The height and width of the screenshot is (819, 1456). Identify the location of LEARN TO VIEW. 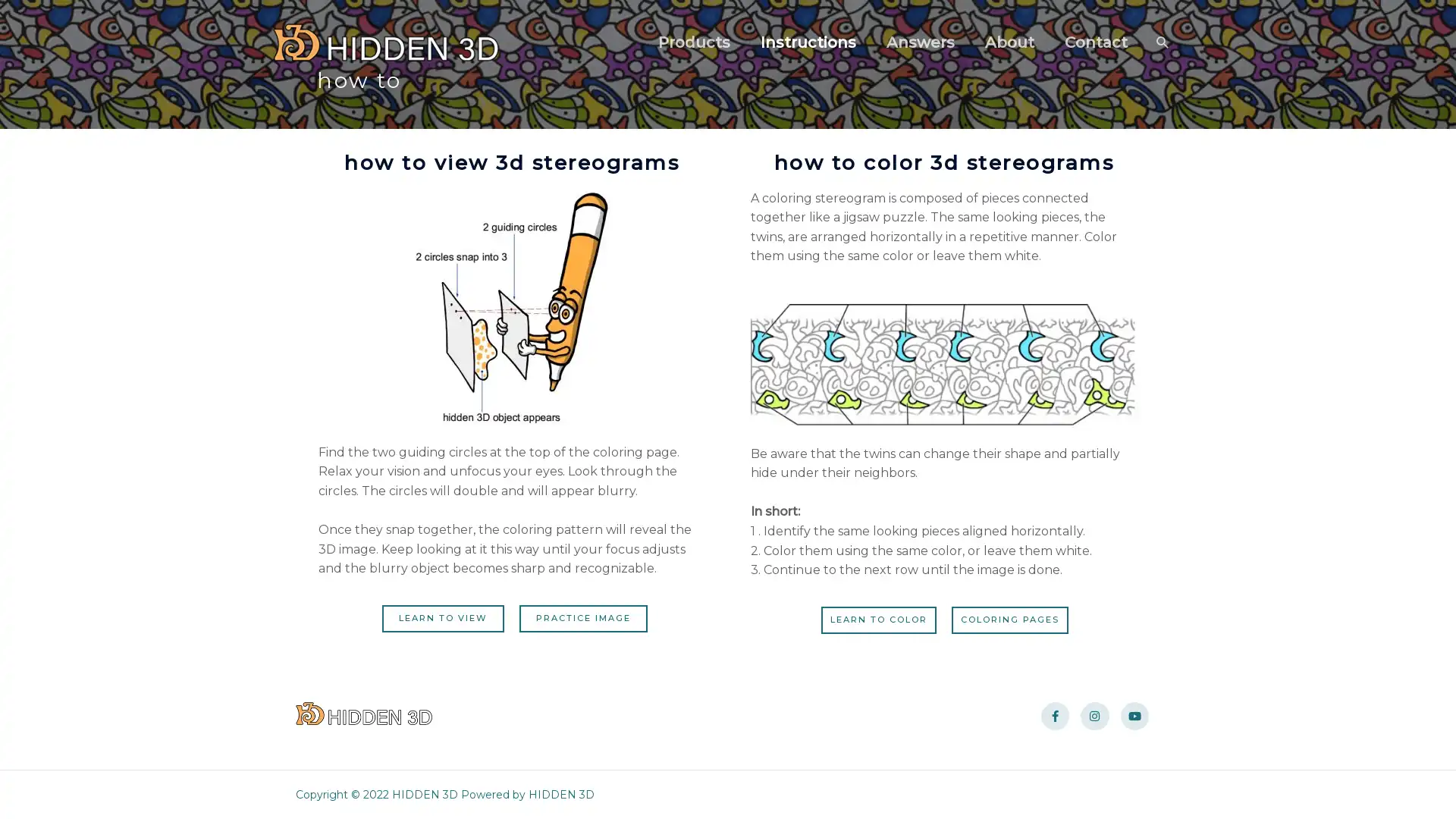
(438, 617).